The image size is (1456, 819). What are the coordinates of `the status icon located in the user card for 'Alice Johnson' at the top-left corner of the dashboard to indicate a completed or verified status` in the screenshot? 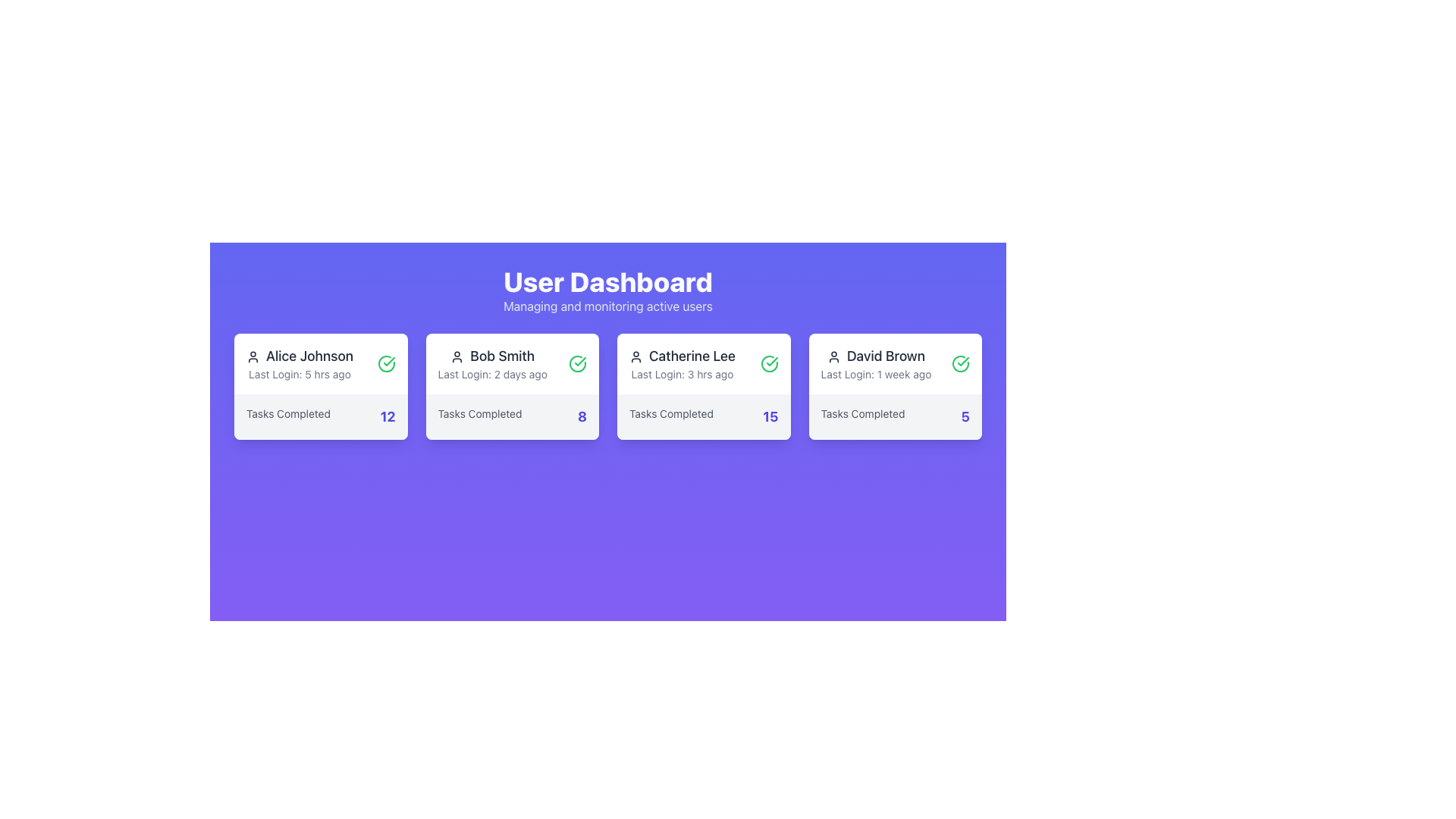 It's located at (386, 363).